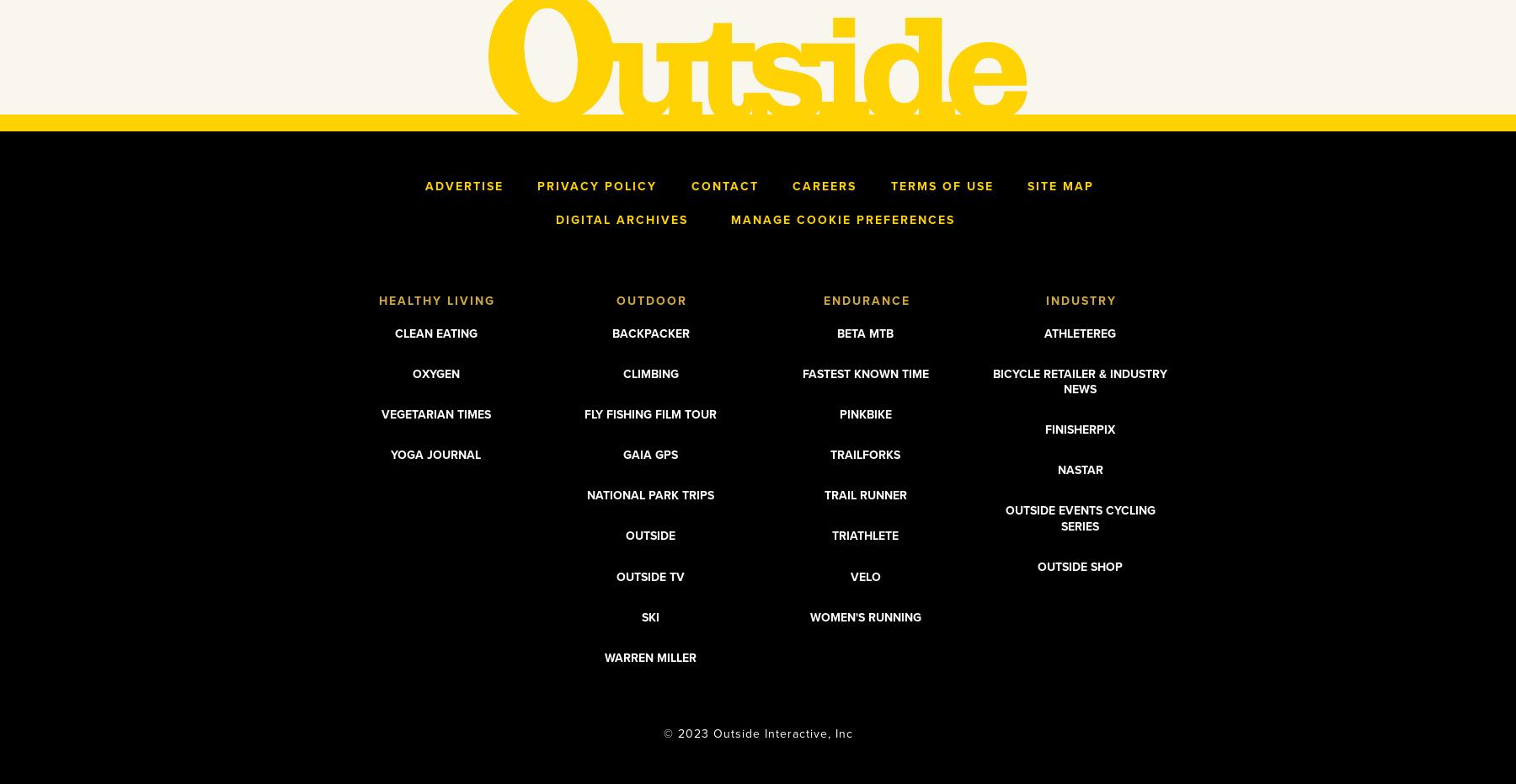 This screenshot has height=784, width=1516. I want to click on 'Trail Runner', so click(822, 494).